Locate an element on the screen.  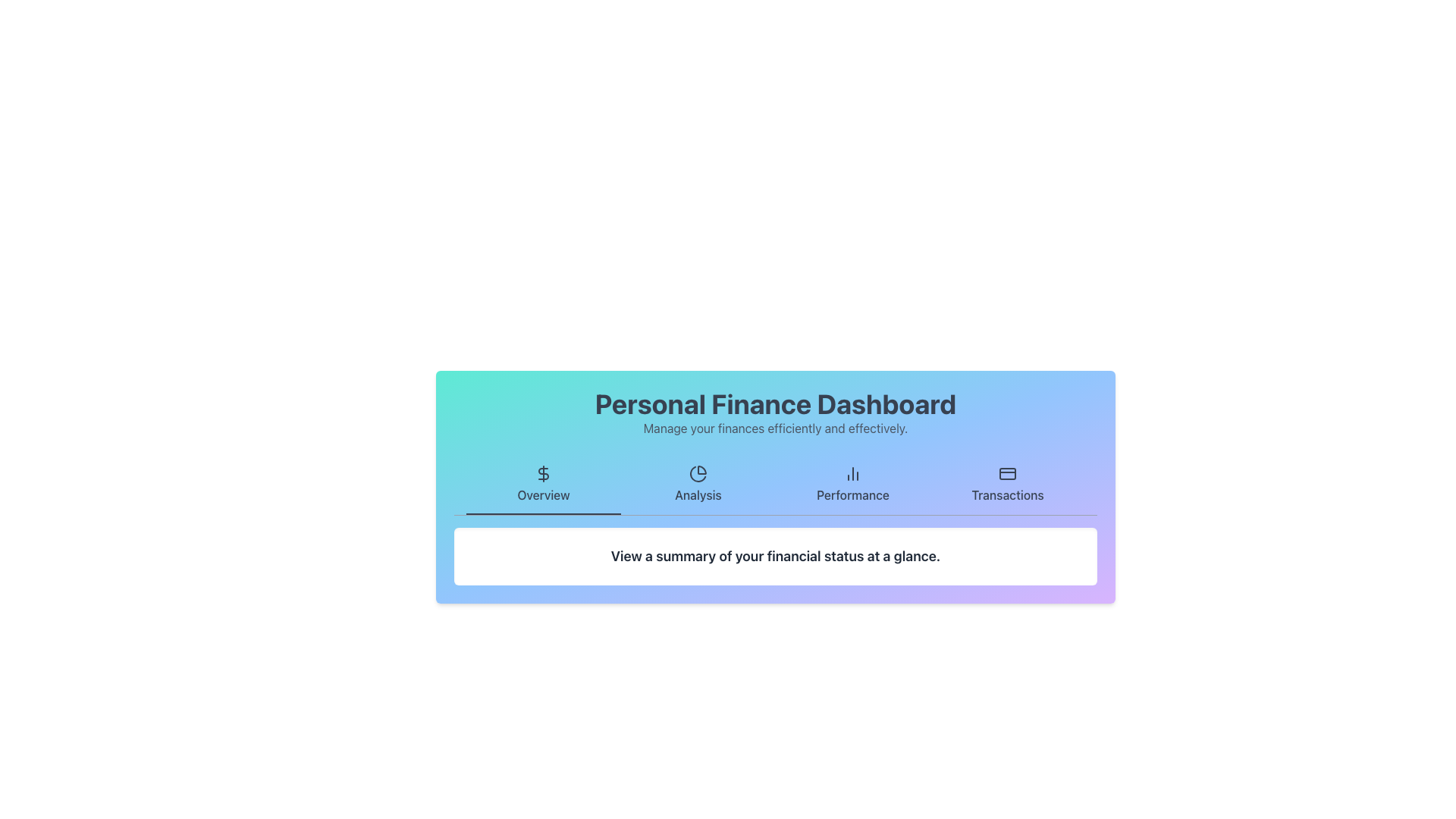
the 'Performance' tab in the navigation bar of the 'Personal Finance Dashboard' is located at coordinates (852, 485).